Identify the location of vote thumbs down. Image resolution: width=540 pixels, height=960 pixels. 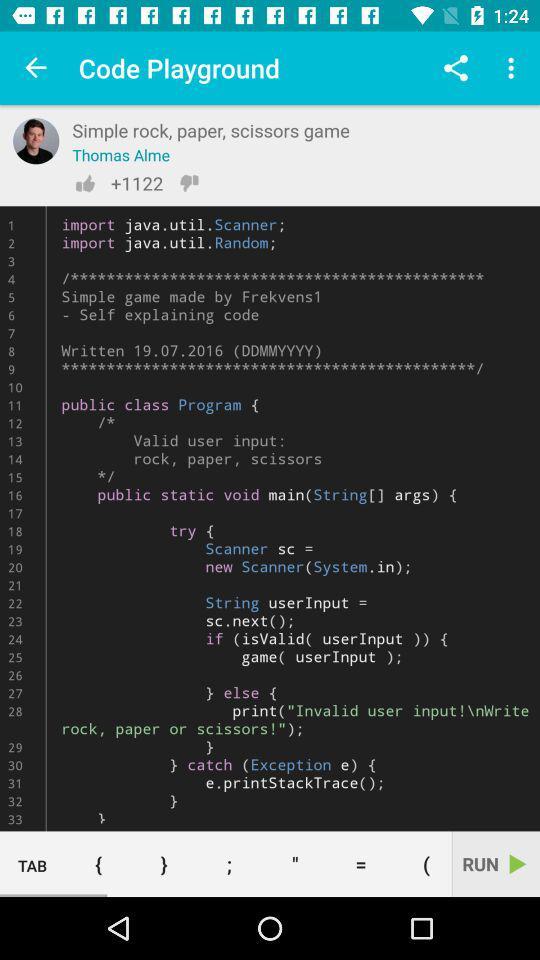
(189, 183).